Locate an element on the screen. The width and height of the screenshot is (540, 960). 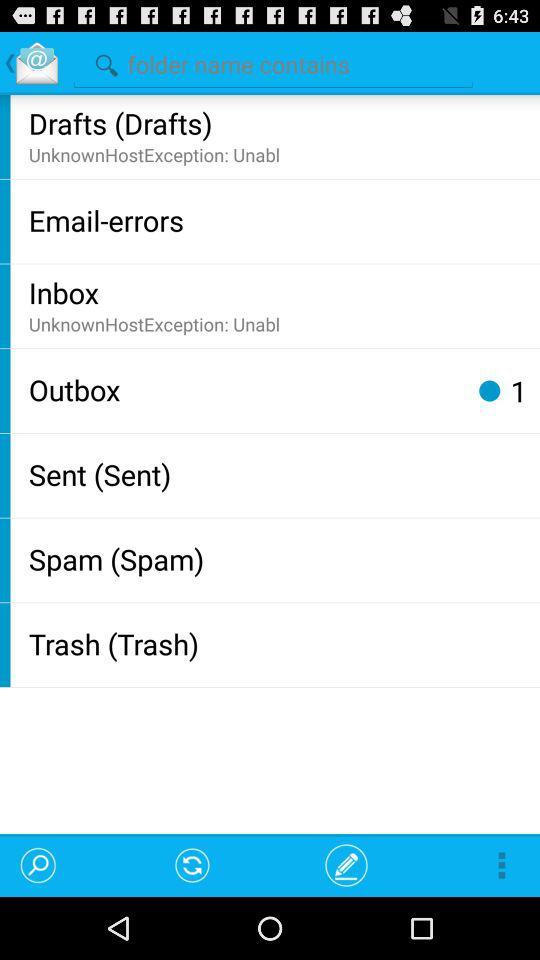
word s to search is located at coordinates (272, 61).